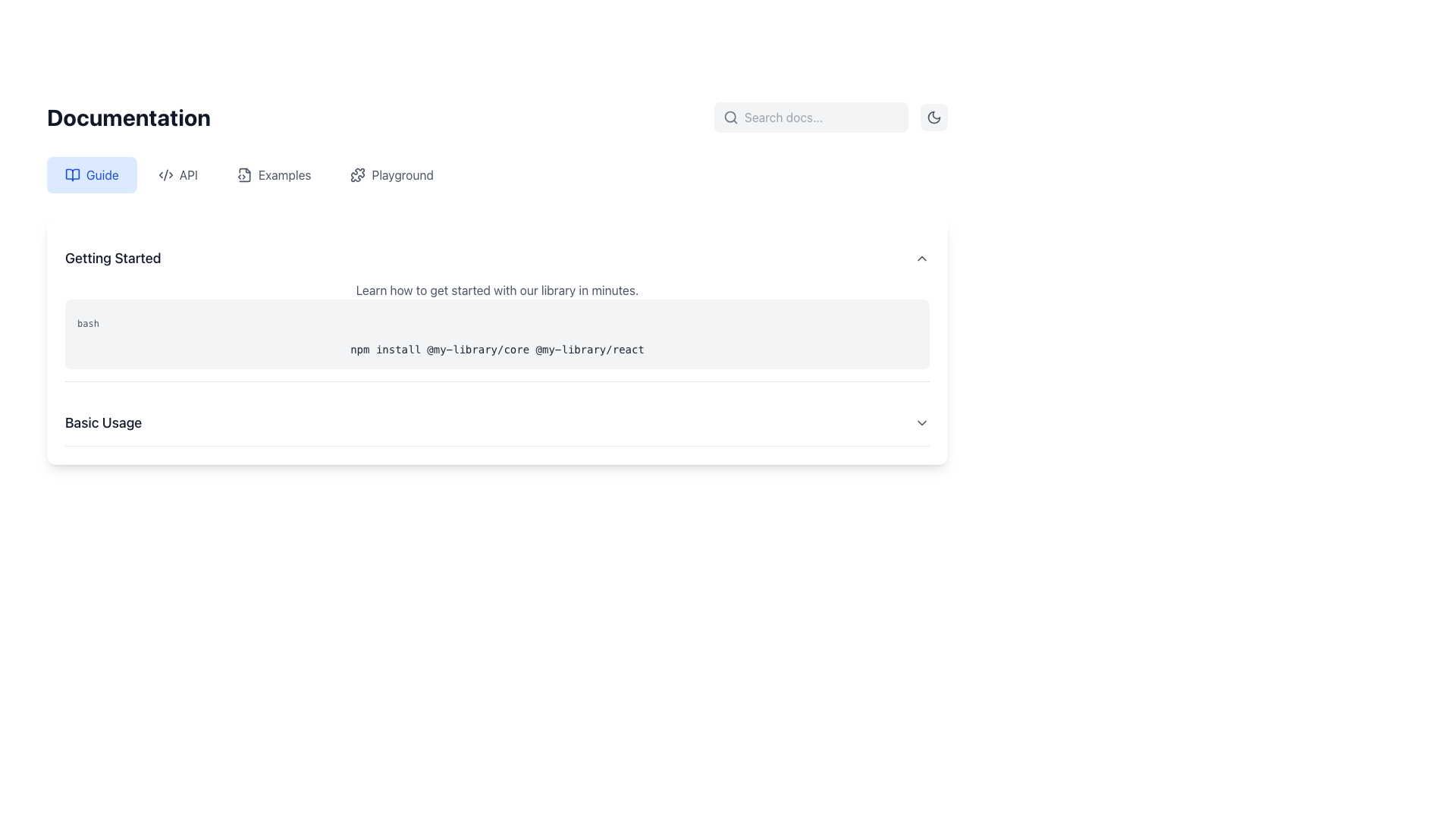 This screenshot has width=1456, height=819. Describe the element at coordinates (934, 116) in the screenshot. I see `the SVG-rendered icon in the top-right section of the interface to trigger a tooltip for toggling dark mode` at that location.